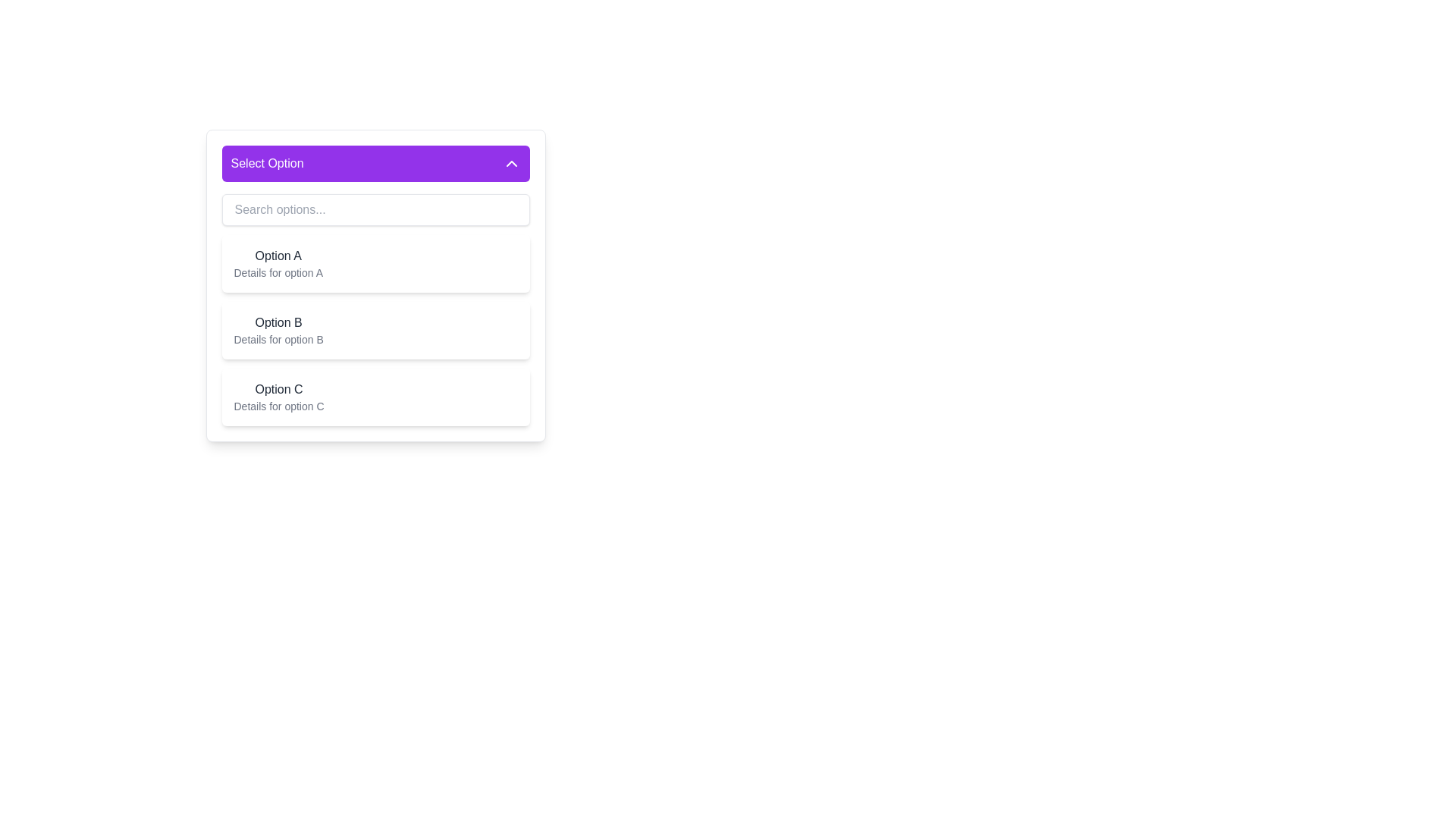  What do you see at coordinates (278, 338) in the screenshot?
I see `the label providing additional details for 'Option B', located beneath the title of this option in a vertically stacked list` at bounding box center [278, 338].